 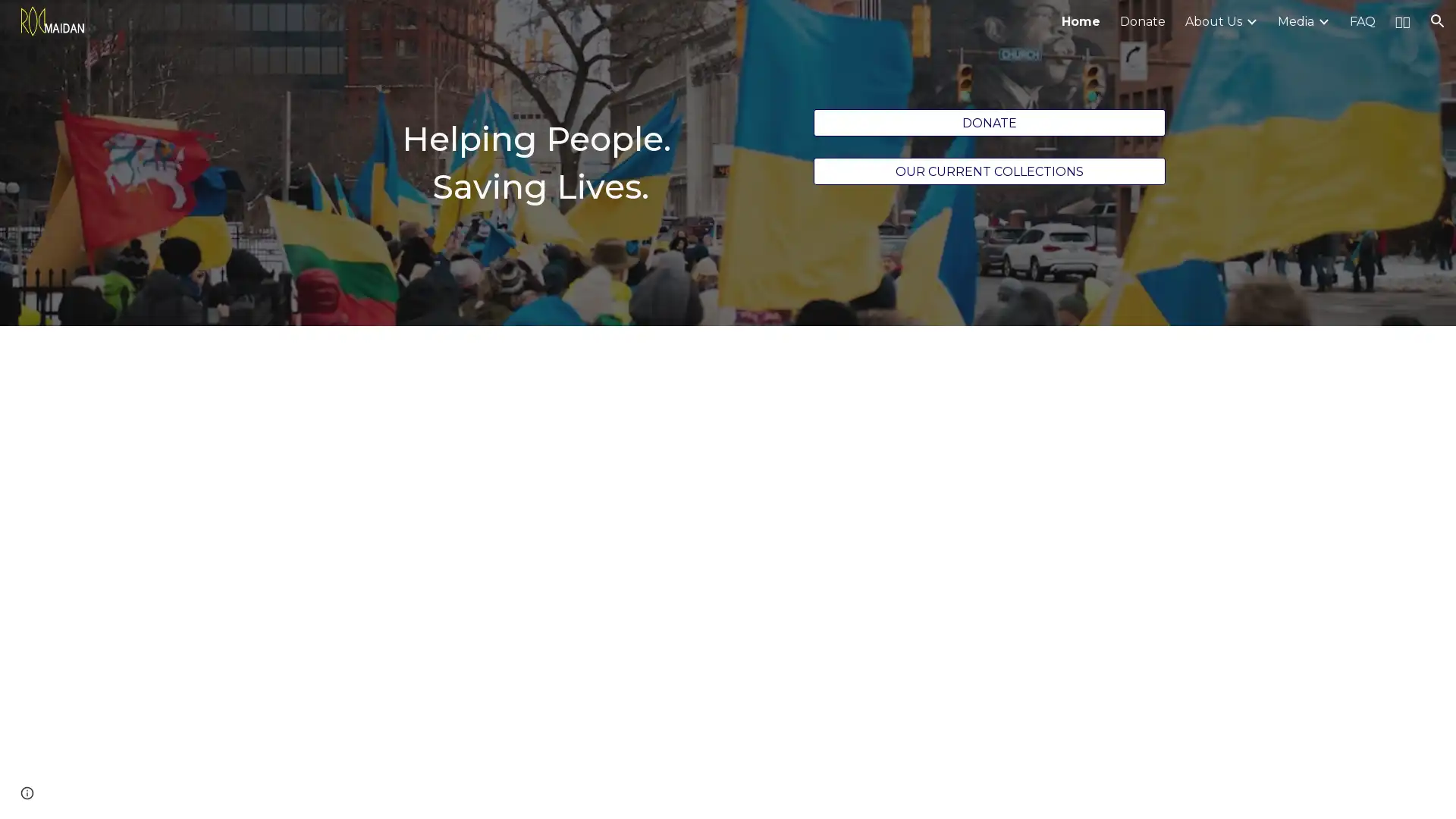 What do you see at coordinates (27, 792) in the screenshot?
I see `Site actions` at bounding box center [27, 792].